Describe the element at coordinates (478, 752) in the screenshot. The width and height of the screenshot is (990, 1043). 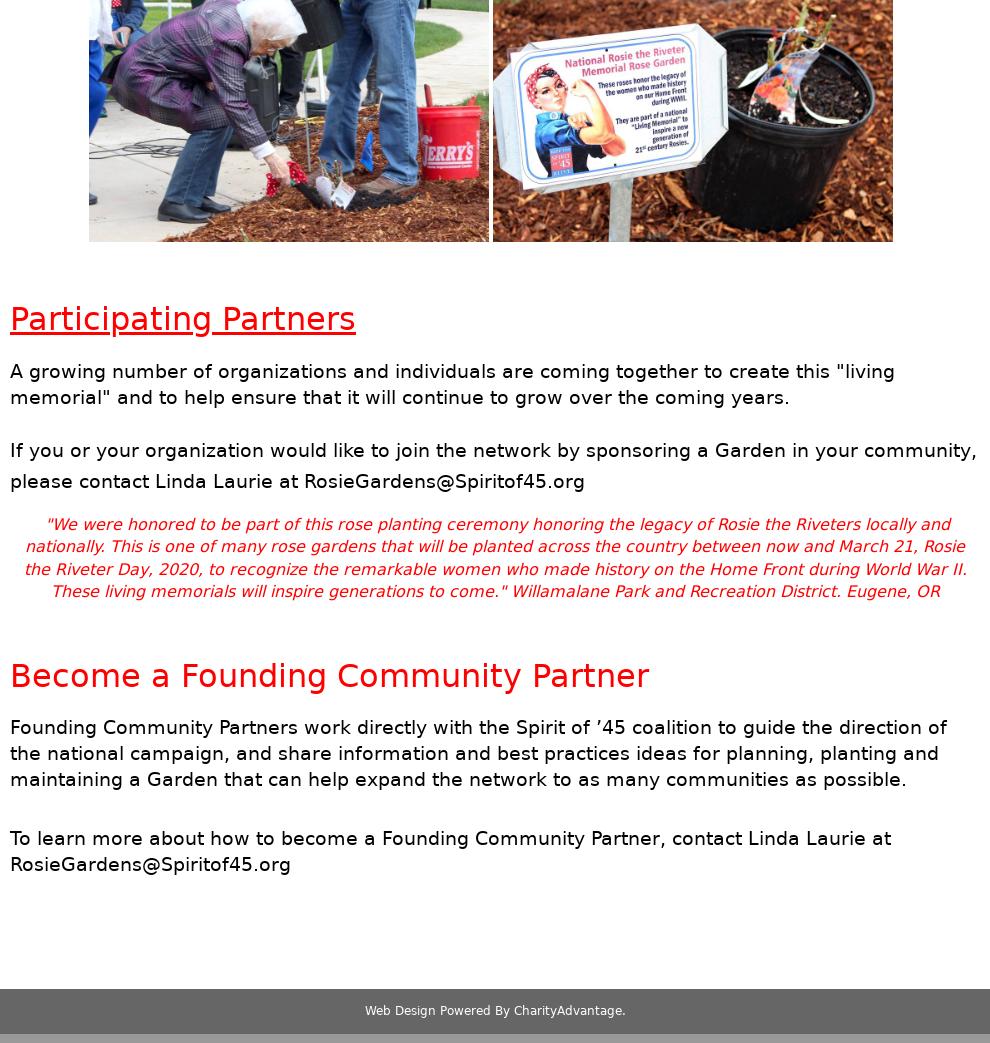
I see `'Founding Community Partners work directly with the Spirit of ’45 coalition to guide the direction of the national campaign, and share information and best practices ideas for planning, planting and maintaining a Garden that can help expand the network to as many communities as possible.'` at that location.